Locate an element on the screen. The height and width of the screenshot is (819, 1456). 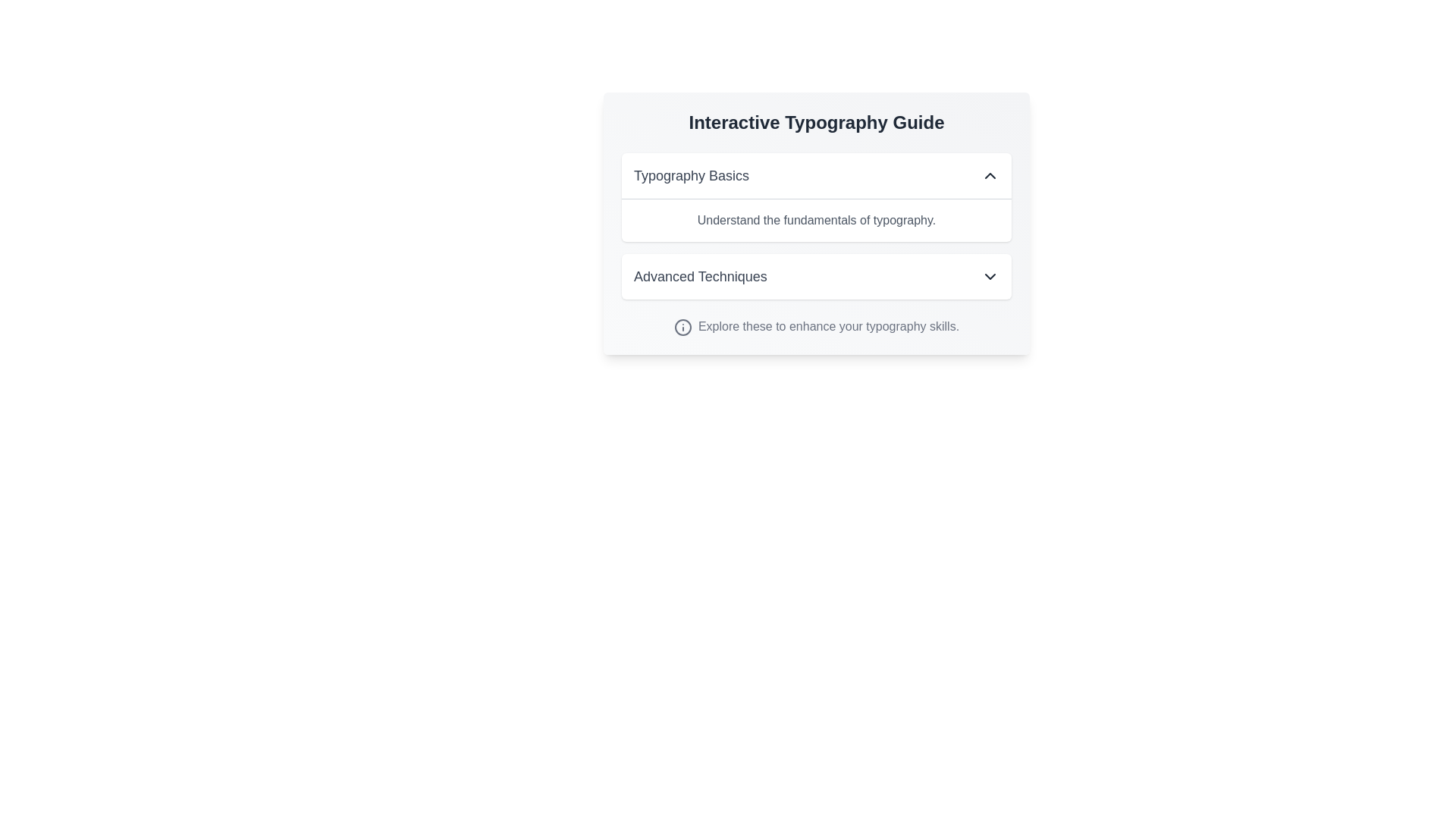
the small upward-pointing chevron icon button located at the far right of the 'Typography Basics' header bar is located at coordinates (990, 174).